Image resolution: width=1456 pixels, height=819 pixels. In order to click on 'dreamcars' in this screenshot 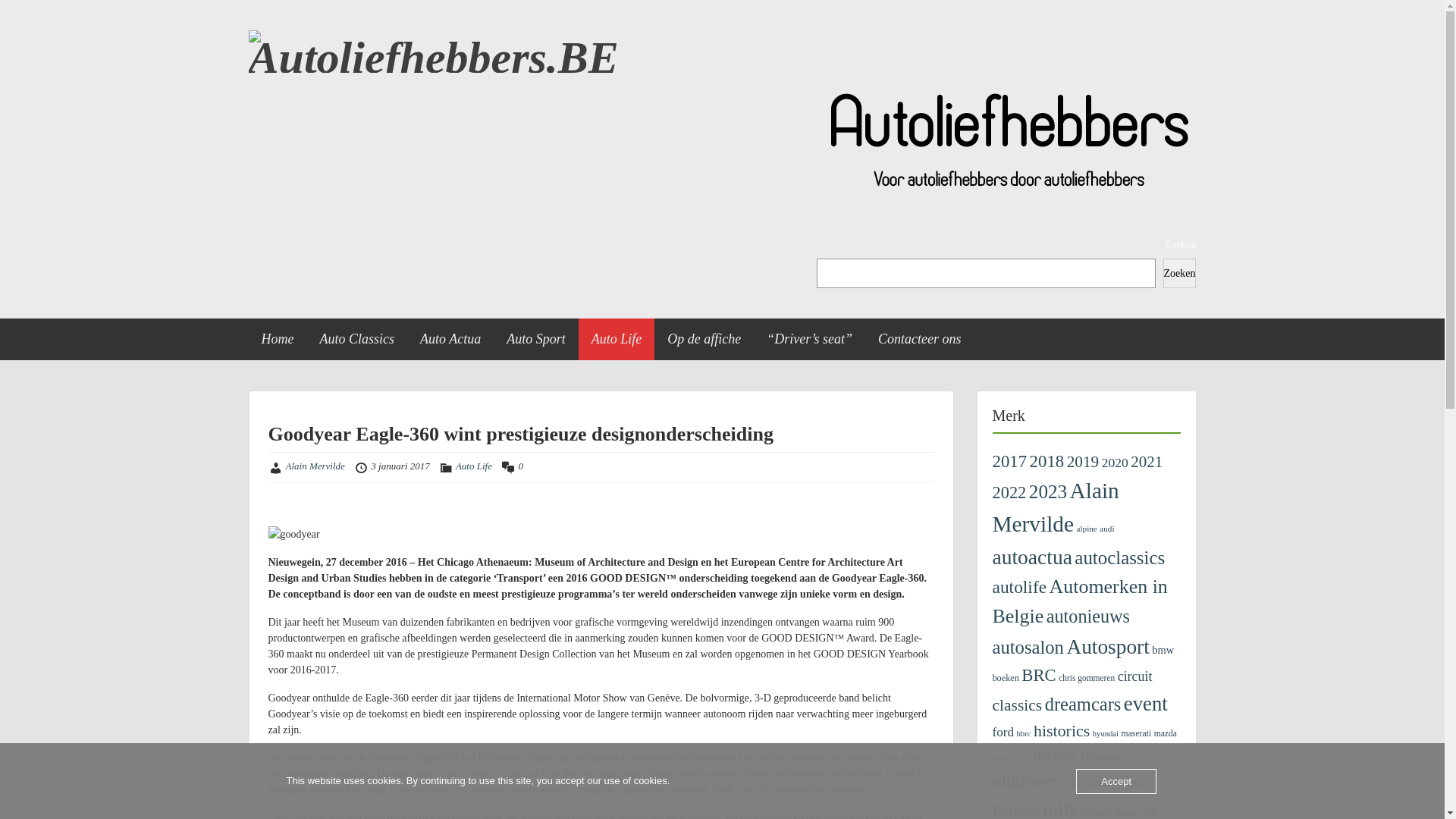, I will do `click(1082, 704)`.